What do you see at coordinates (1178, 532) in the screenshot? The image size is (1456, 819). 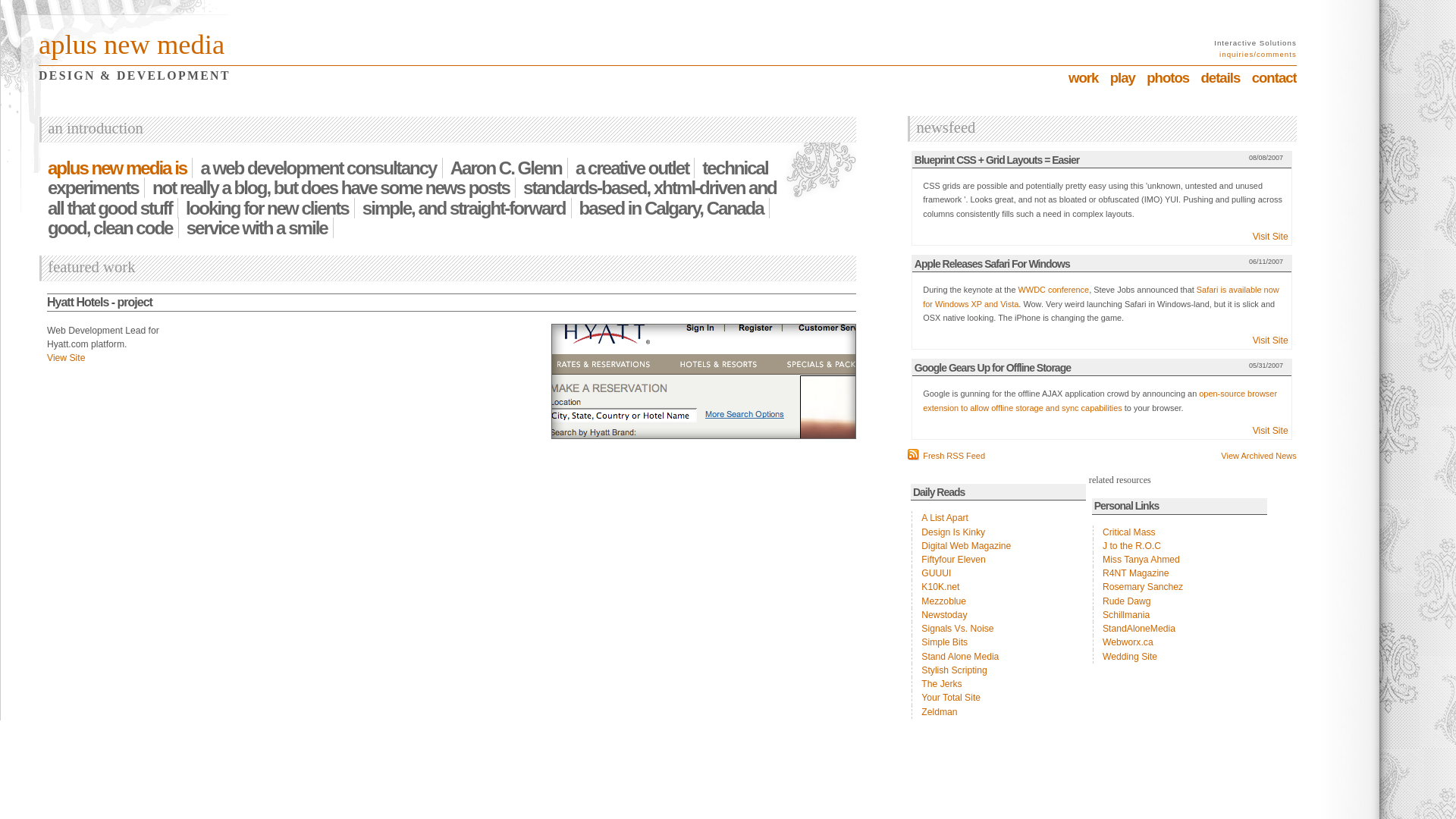 I see `'Critical Mass'` at bounding box center [1178, 532].